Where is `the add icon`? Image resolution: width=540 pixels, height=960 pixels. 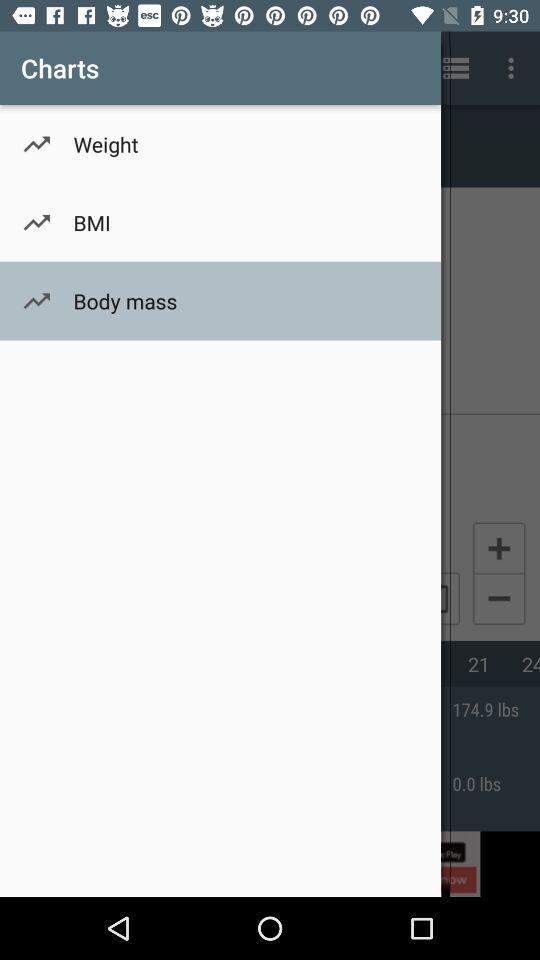
the add icon is located at coordinates (498, 547).